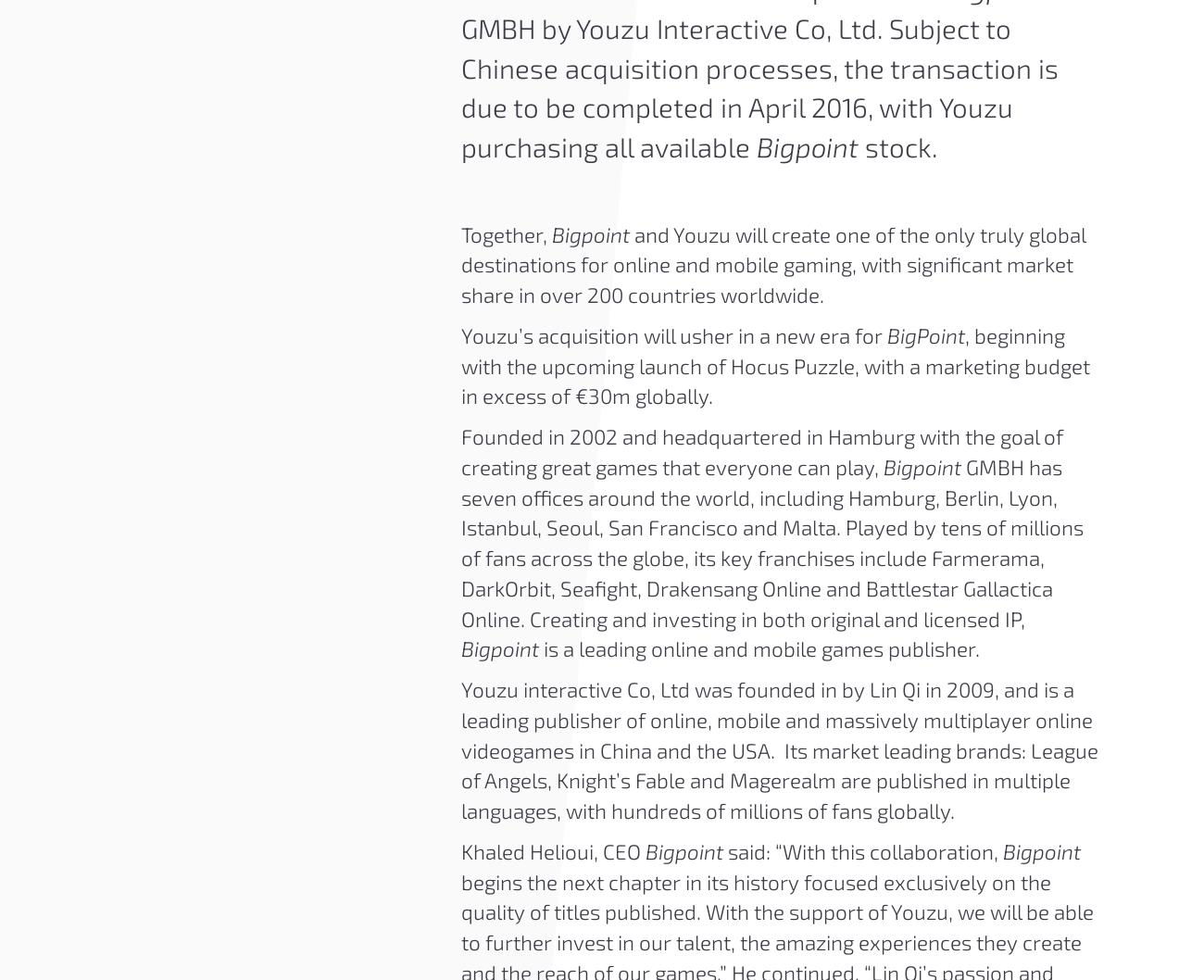 The height and width of the screenshot is (980, 1204). What do you see at coordinates (459, 333) in the screenshot?
I see `'Youzu’s acquisition will usher in a new era for'` at bounding box center [459, 333].